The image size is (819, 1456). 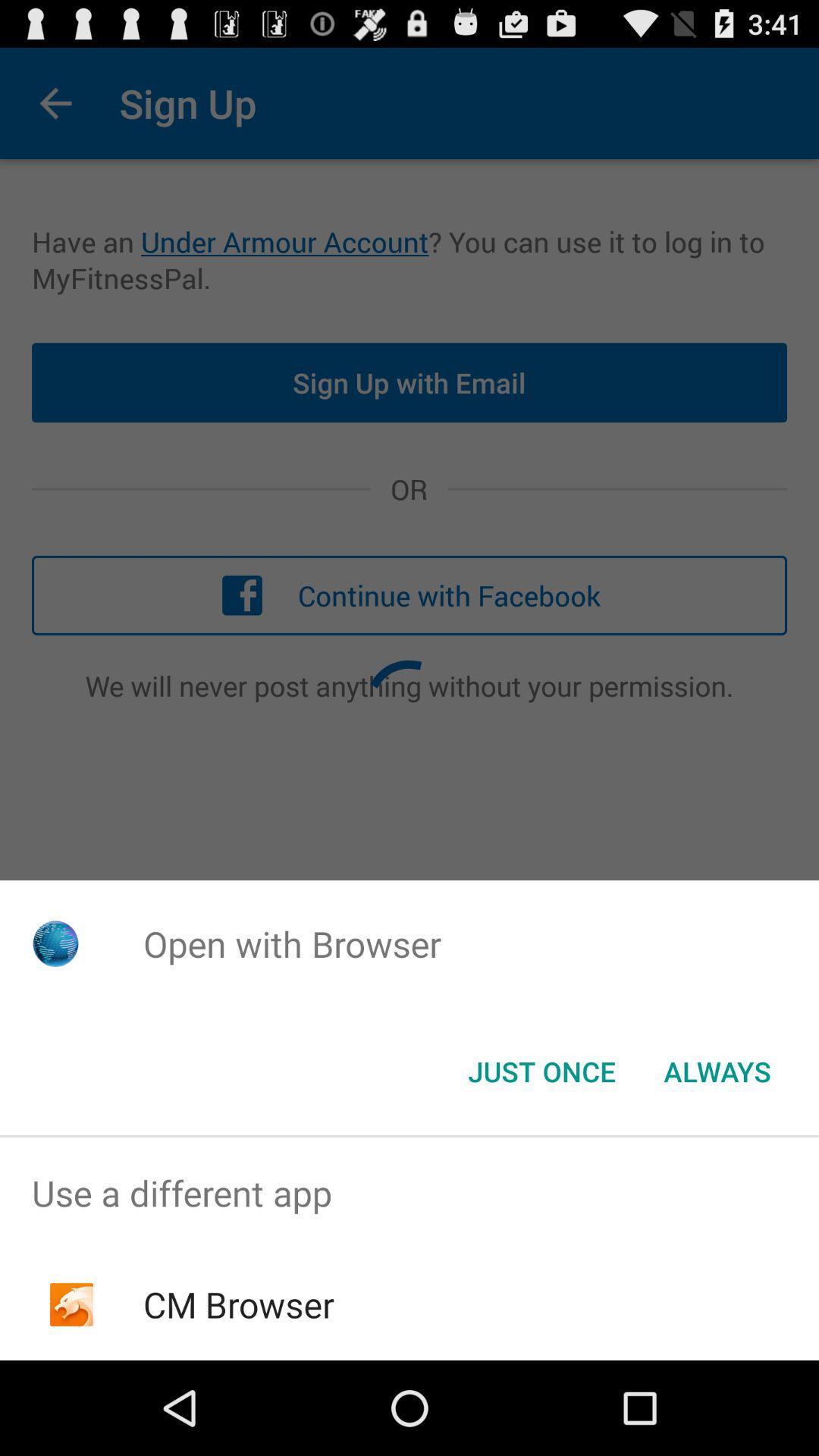 What do you see at coordinates (541, 1070) in the screenshot?
I see `icon next to the always item` at bounding box center [541, 1070].